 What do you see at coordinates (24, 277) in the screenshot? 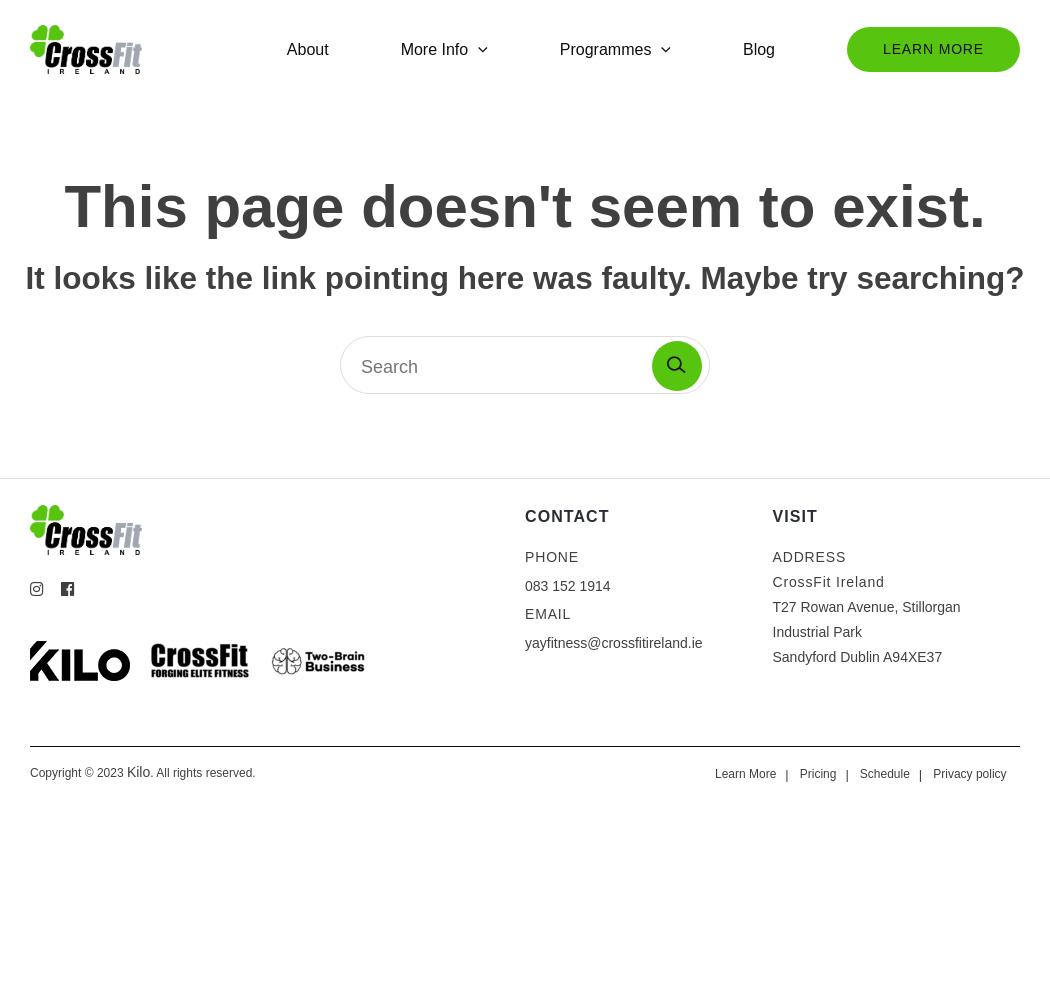
I see `'It looks like the link pointing here was faulty. Maybe try searching?'` at bounding box center [24, 277].